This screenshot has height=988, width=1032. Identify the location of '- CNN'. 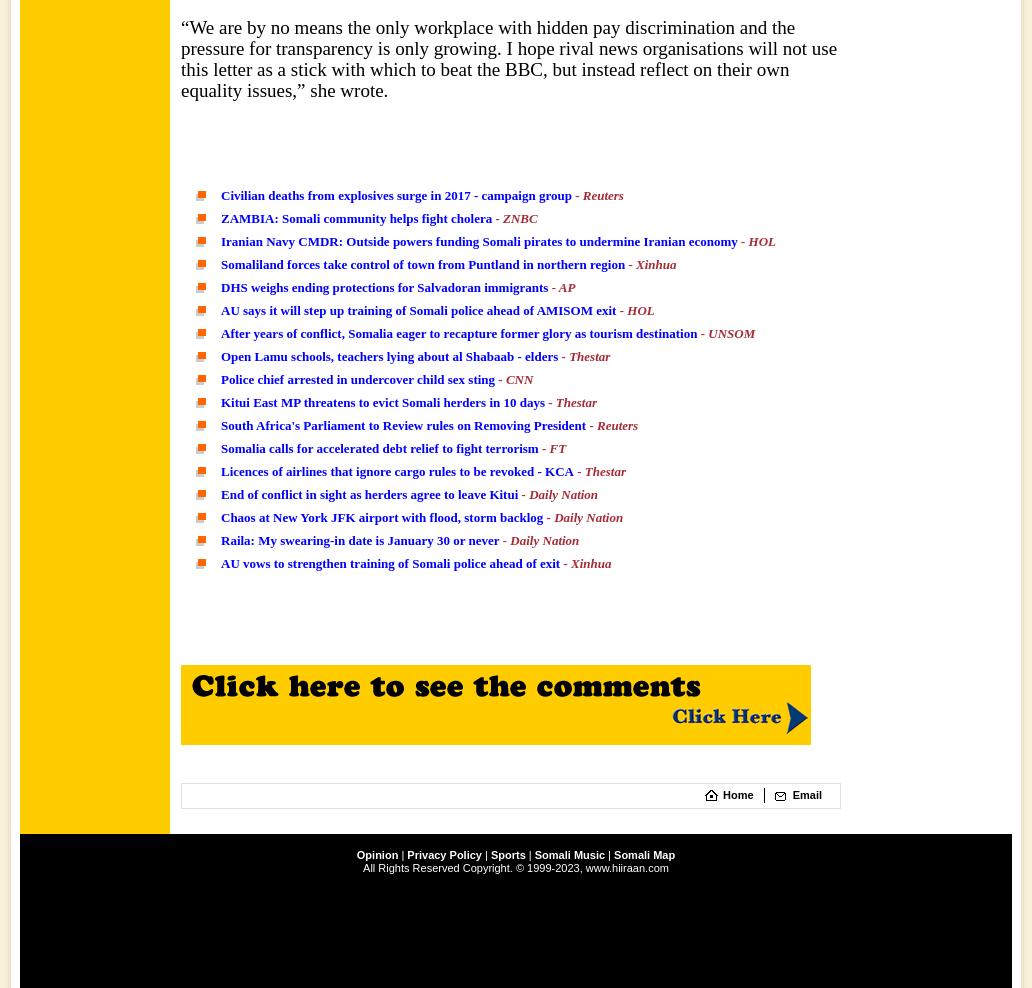
(513, 378).